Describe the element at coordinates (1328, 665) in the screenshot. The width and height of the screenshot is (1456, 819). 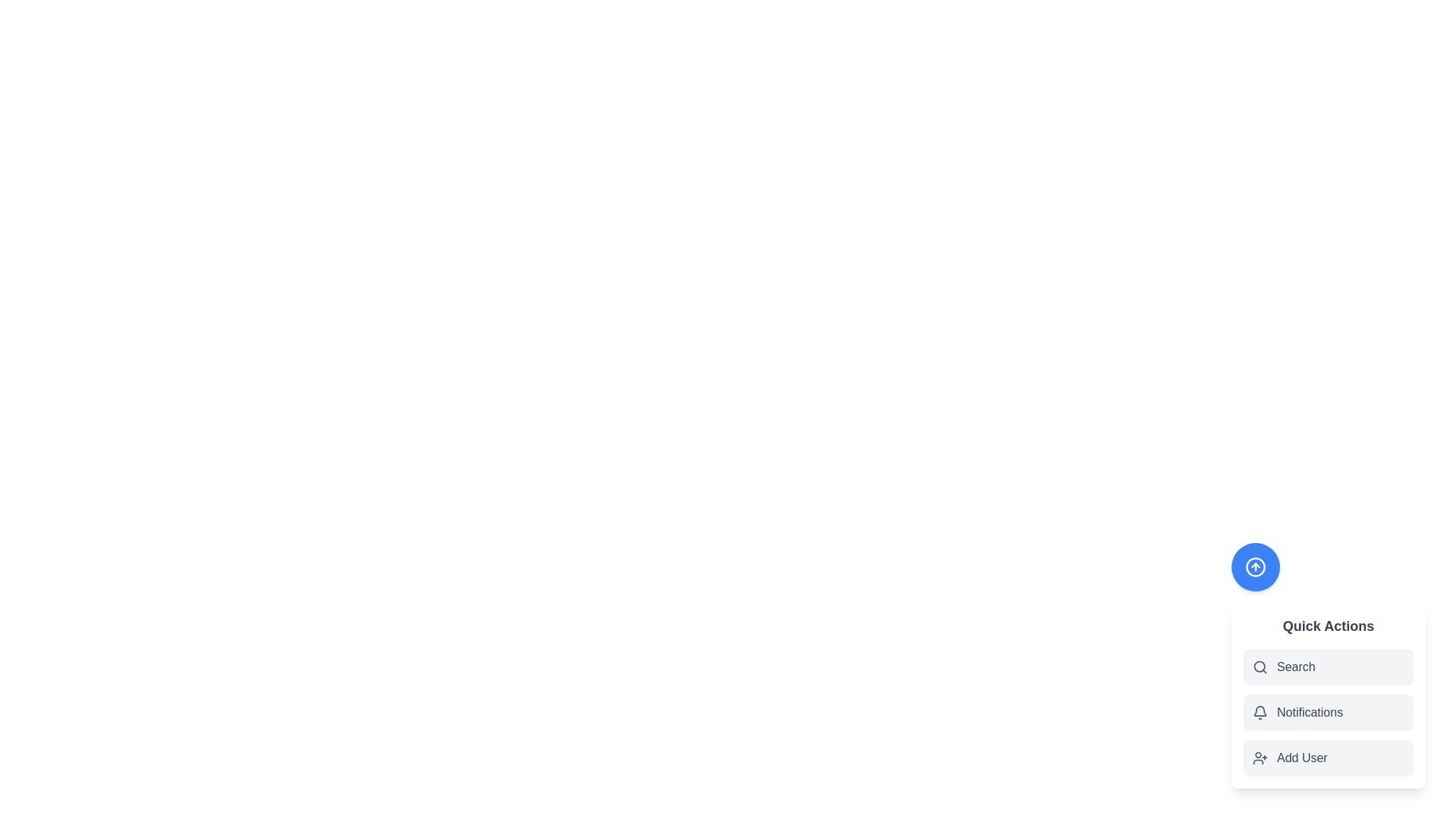
I see `the prominent rectangular 'Search' button with a light gray background and rounded edges located beneath the 'Quick Actions' title` at that location.